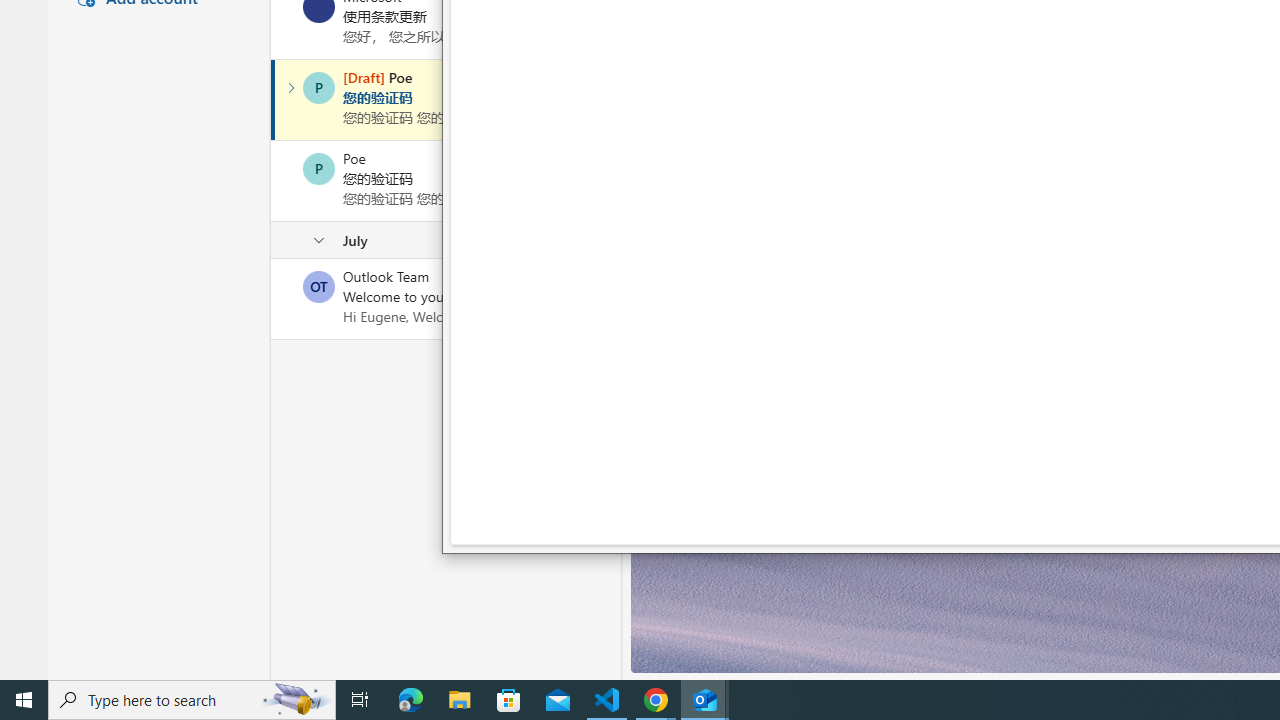 The height and width of the screenshot is (720, 1280). What do you see at coordinates (410, 698) in the screenshot?
I see `'Microsoft Edge'` at bounding box center [410, 698].